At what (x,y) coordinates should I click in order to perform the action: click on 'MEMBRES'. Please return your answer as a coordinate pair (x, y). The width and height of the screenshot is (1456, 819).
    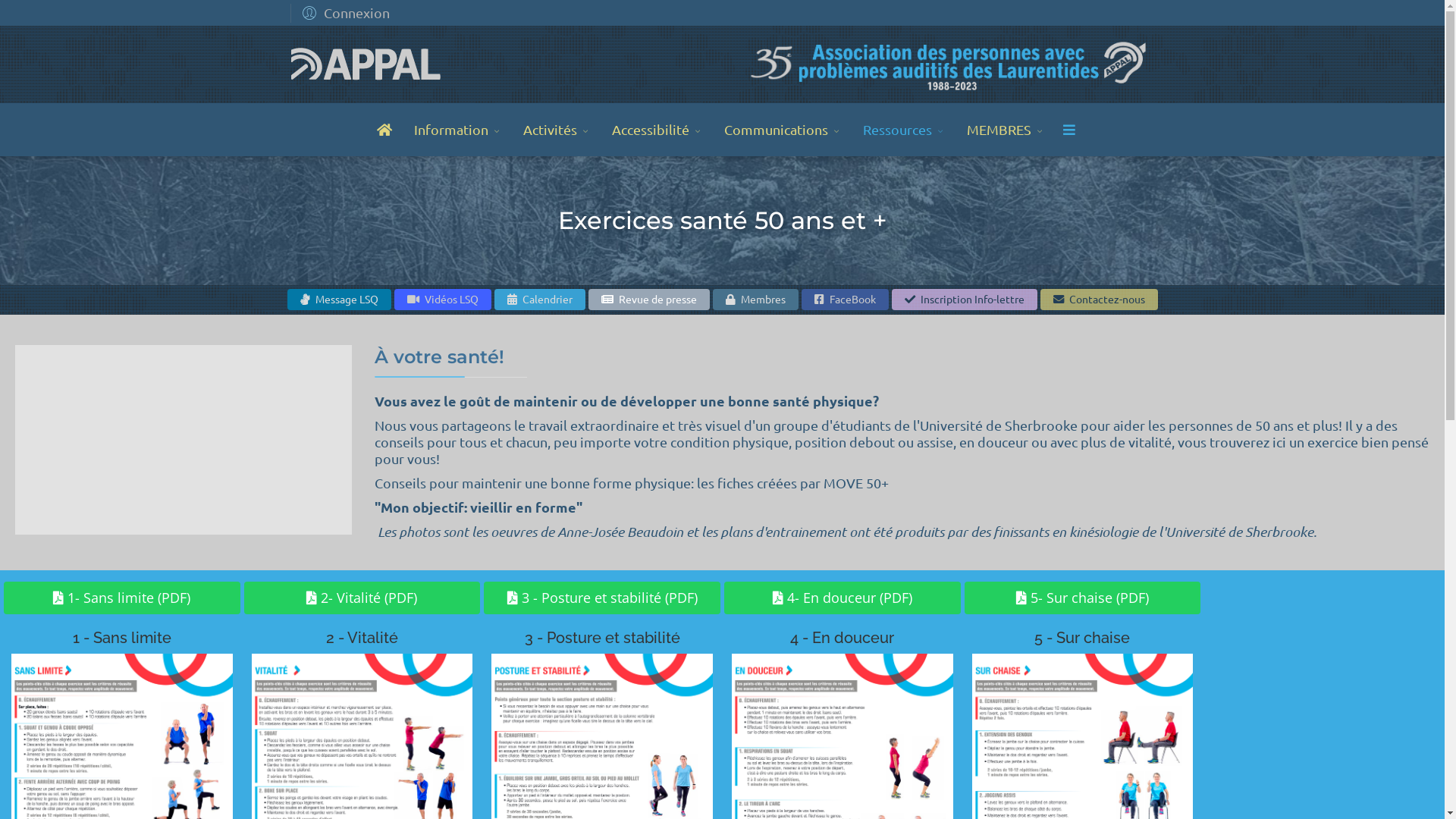
    Looking at the image, I should click on (1007, 128).